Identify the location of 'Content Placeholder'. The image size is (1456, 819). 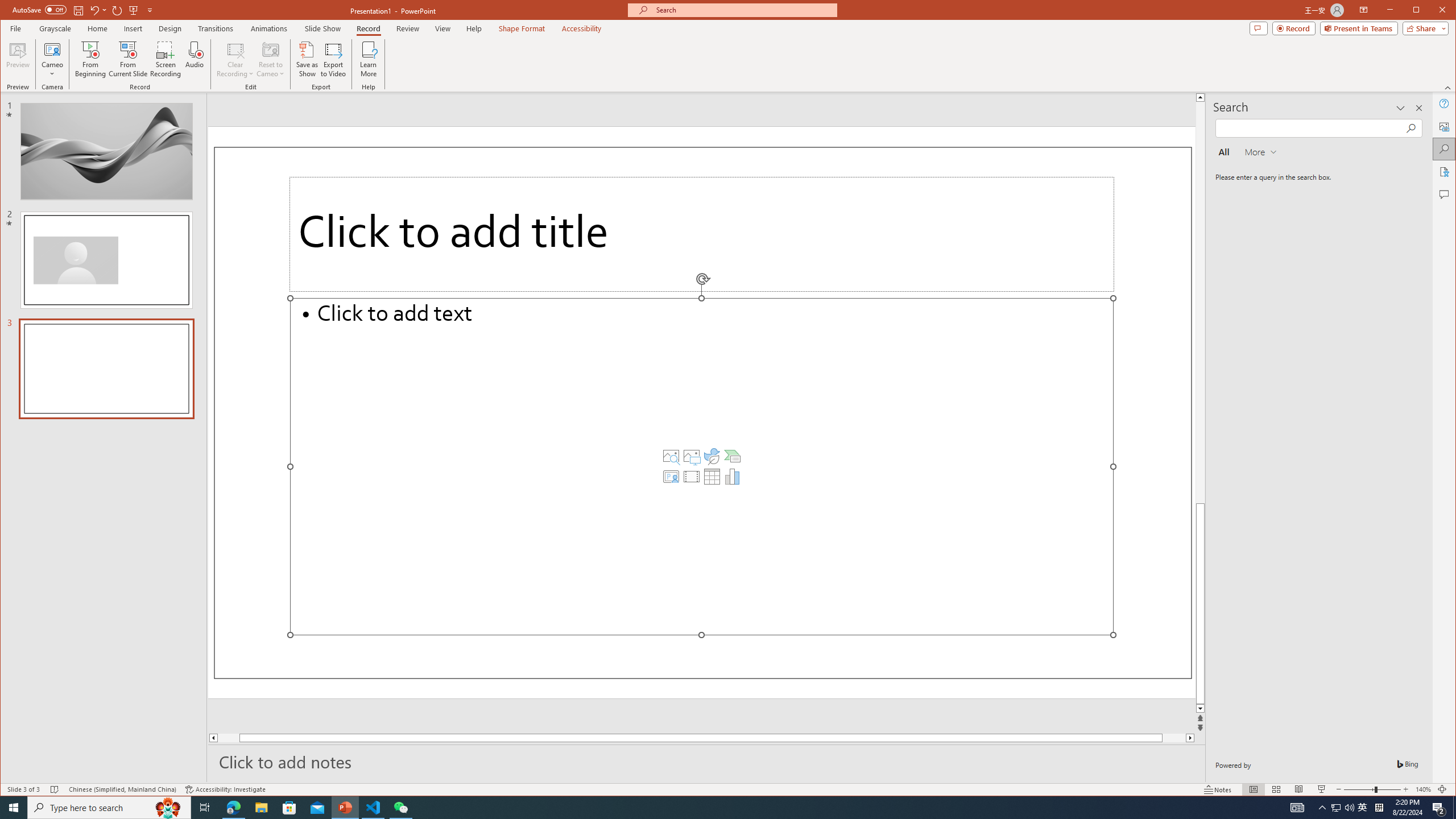
(701, 466).